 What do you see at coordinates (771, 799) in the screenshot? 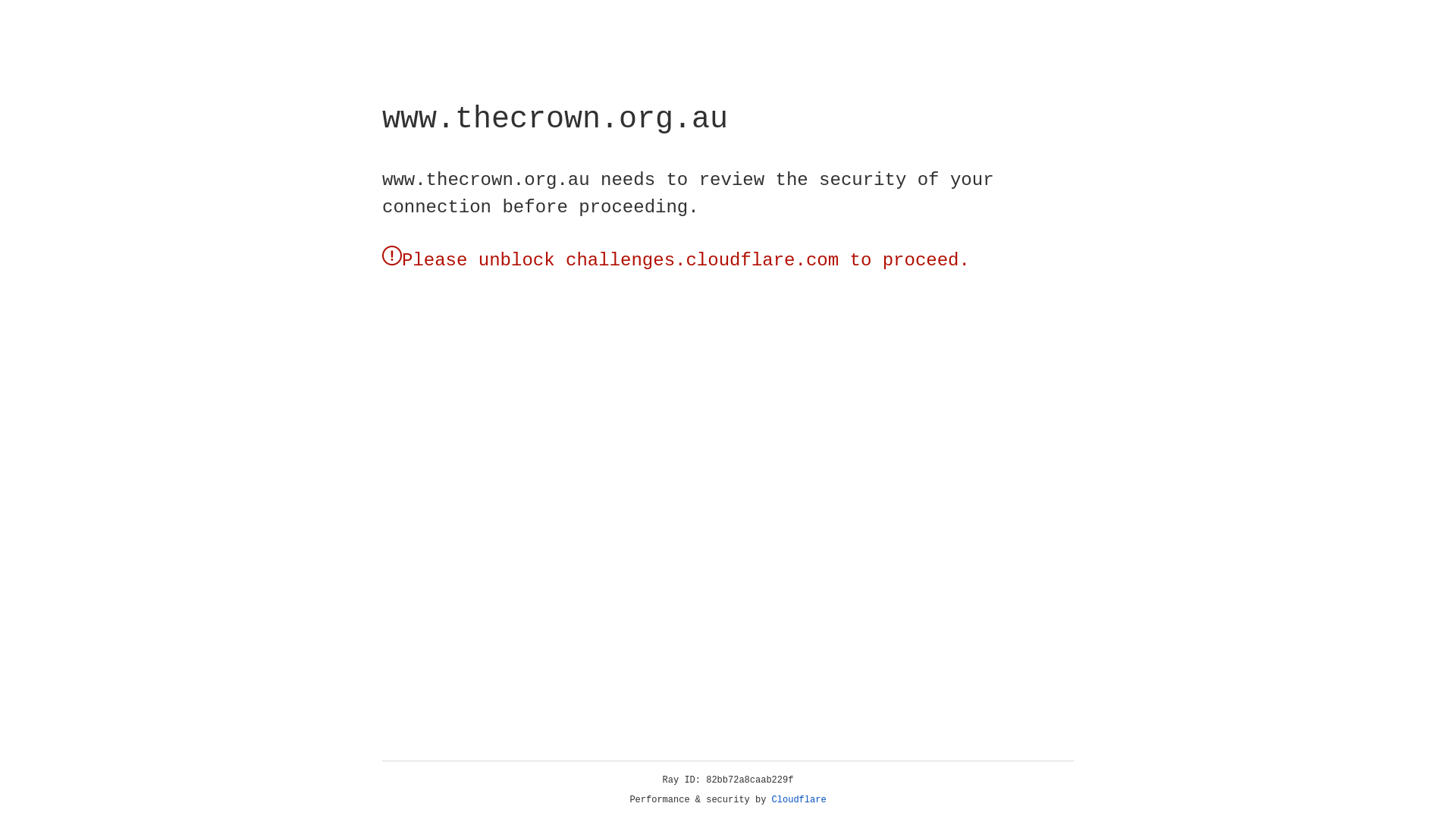
I see `'Cloudflare'` at bounding box center [771, 799].